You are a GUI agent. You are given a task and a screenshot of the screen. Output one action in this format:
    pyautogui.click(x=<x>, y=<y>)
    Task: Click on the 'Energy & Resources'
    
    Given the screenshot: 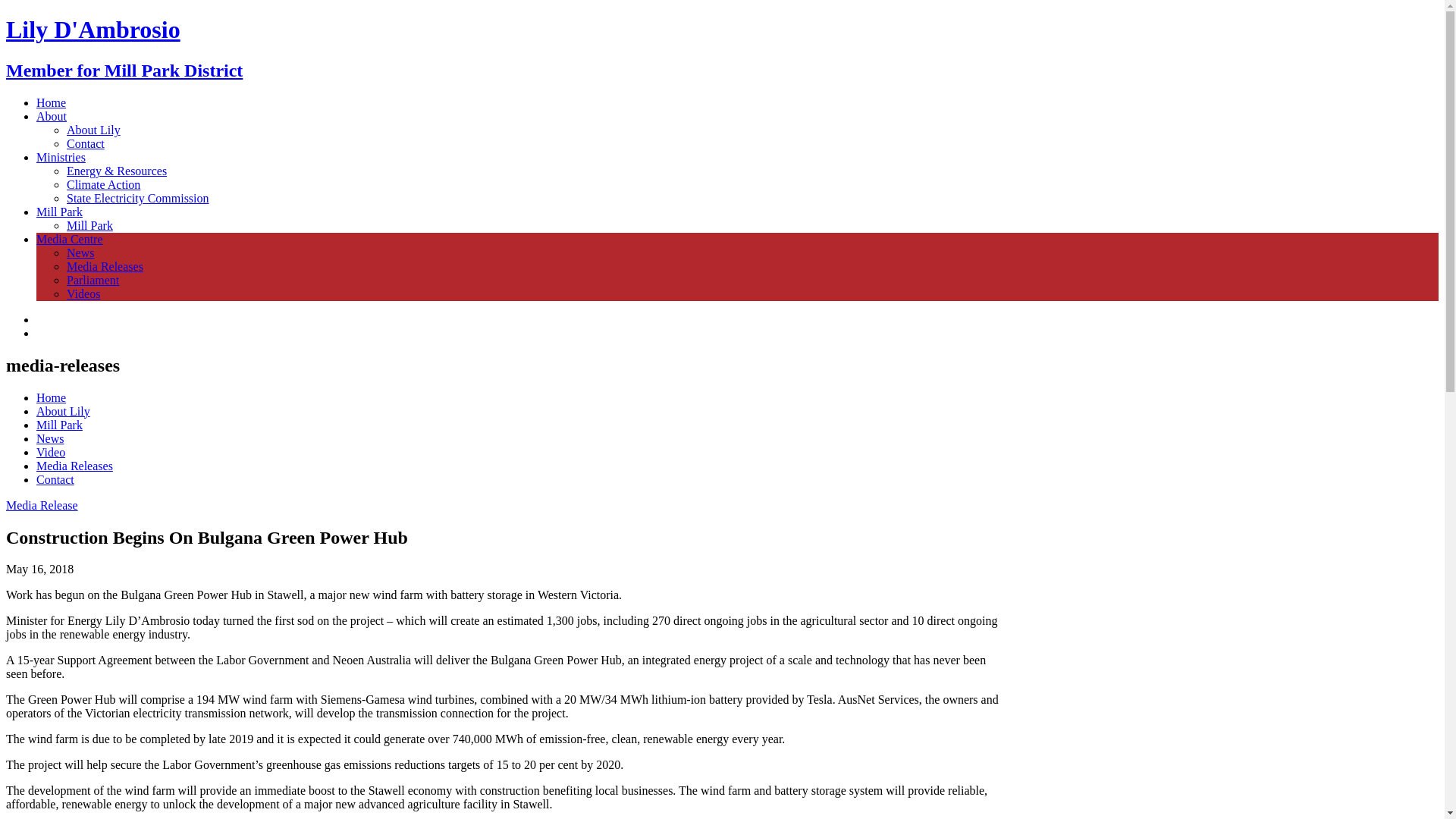 What is the action you would take?
    pyautogui.click(x=115, y=171)
    